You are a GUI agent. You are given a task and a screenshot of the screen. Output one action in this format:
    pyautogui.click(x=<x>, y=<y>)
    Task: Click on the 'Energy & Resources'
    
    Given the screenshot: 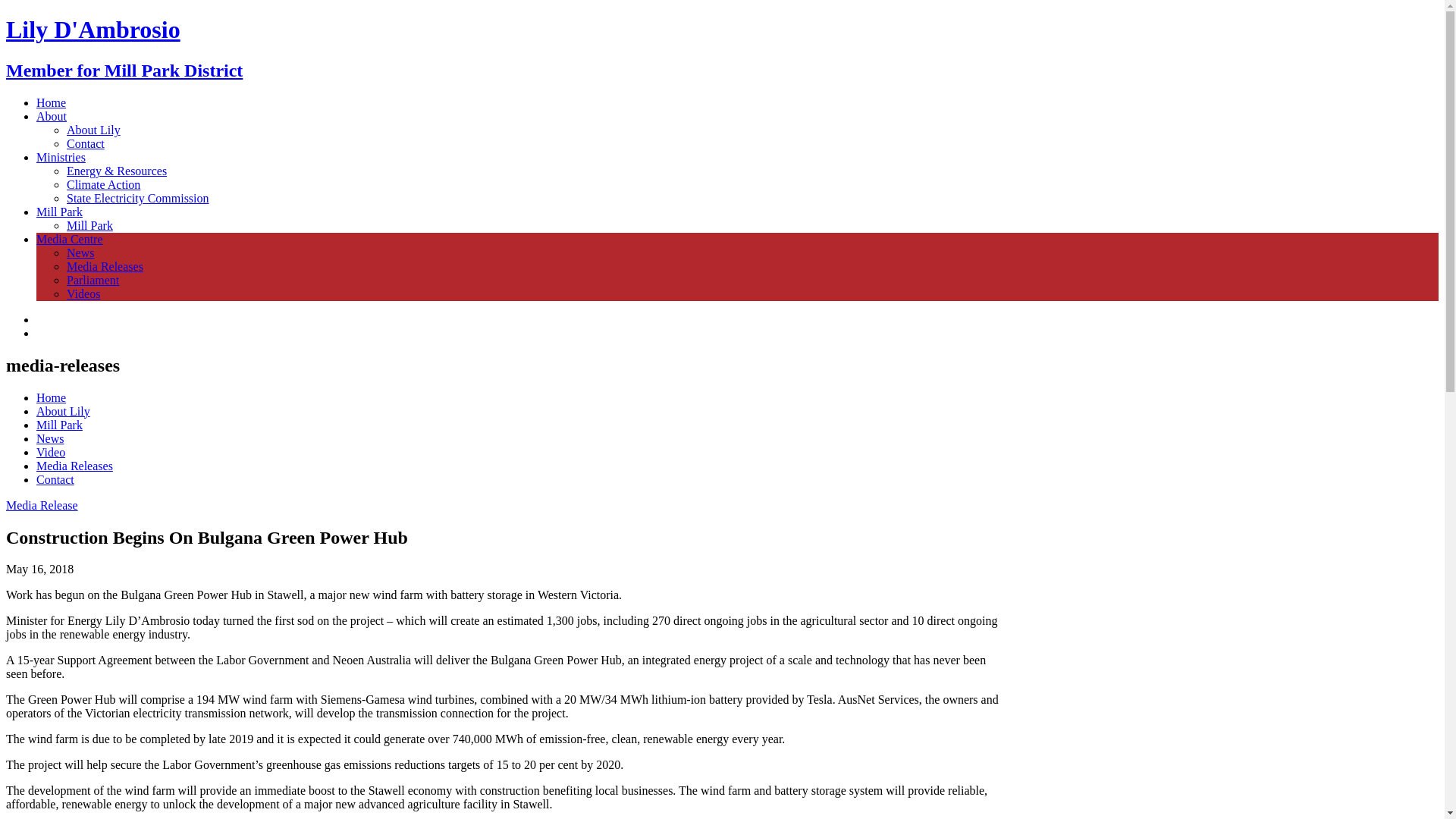 What is the action you would take?
    pyautogui.click(x=115, y=171)
    